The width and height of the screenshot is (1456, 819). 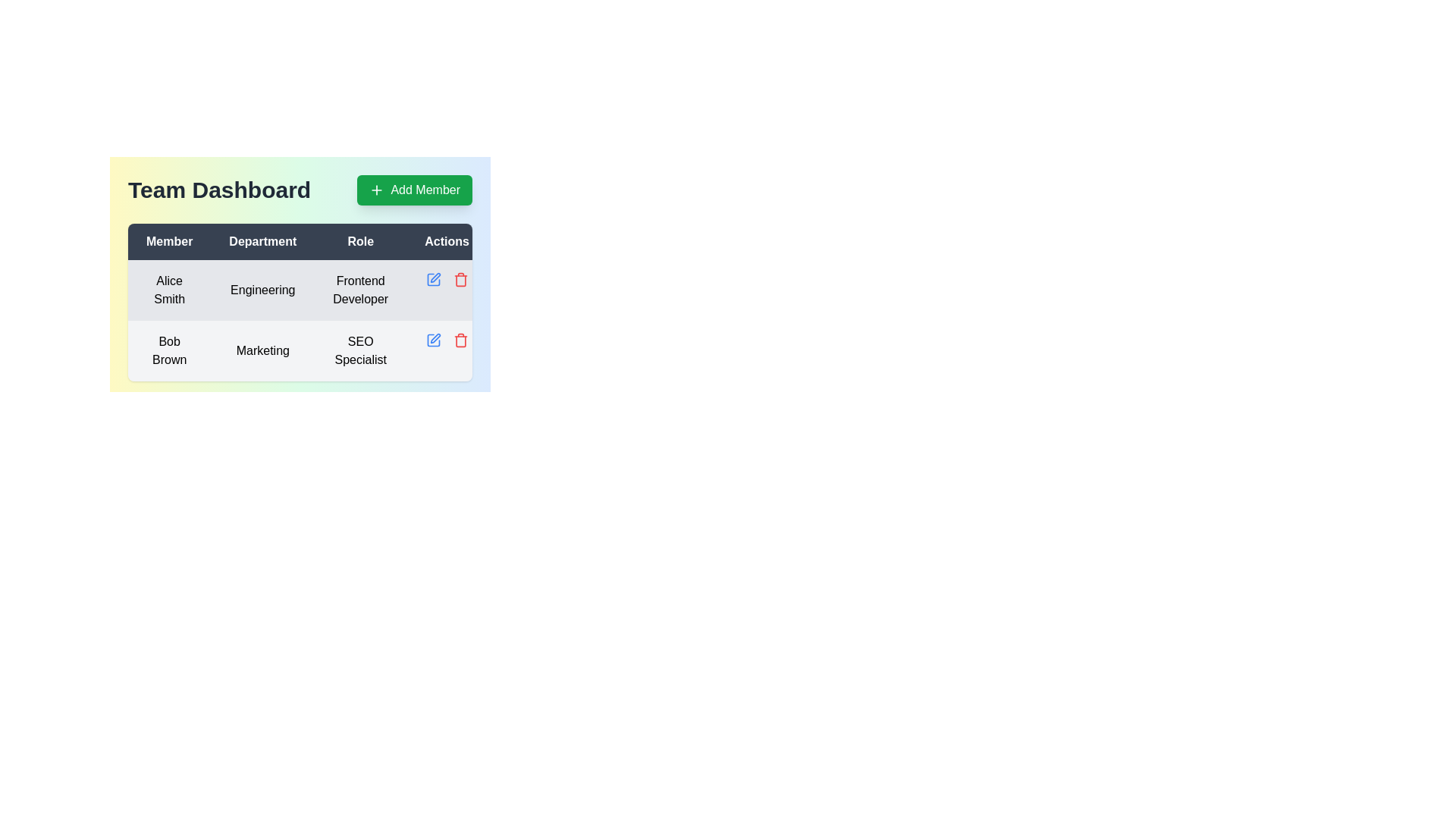 What do you see at coordinates (262, 241) in the screenshot?
I see `the 'Department' header label in the table, which is positioned between the 'Member' and 'Role' headers` at bounding box center [262, 241].